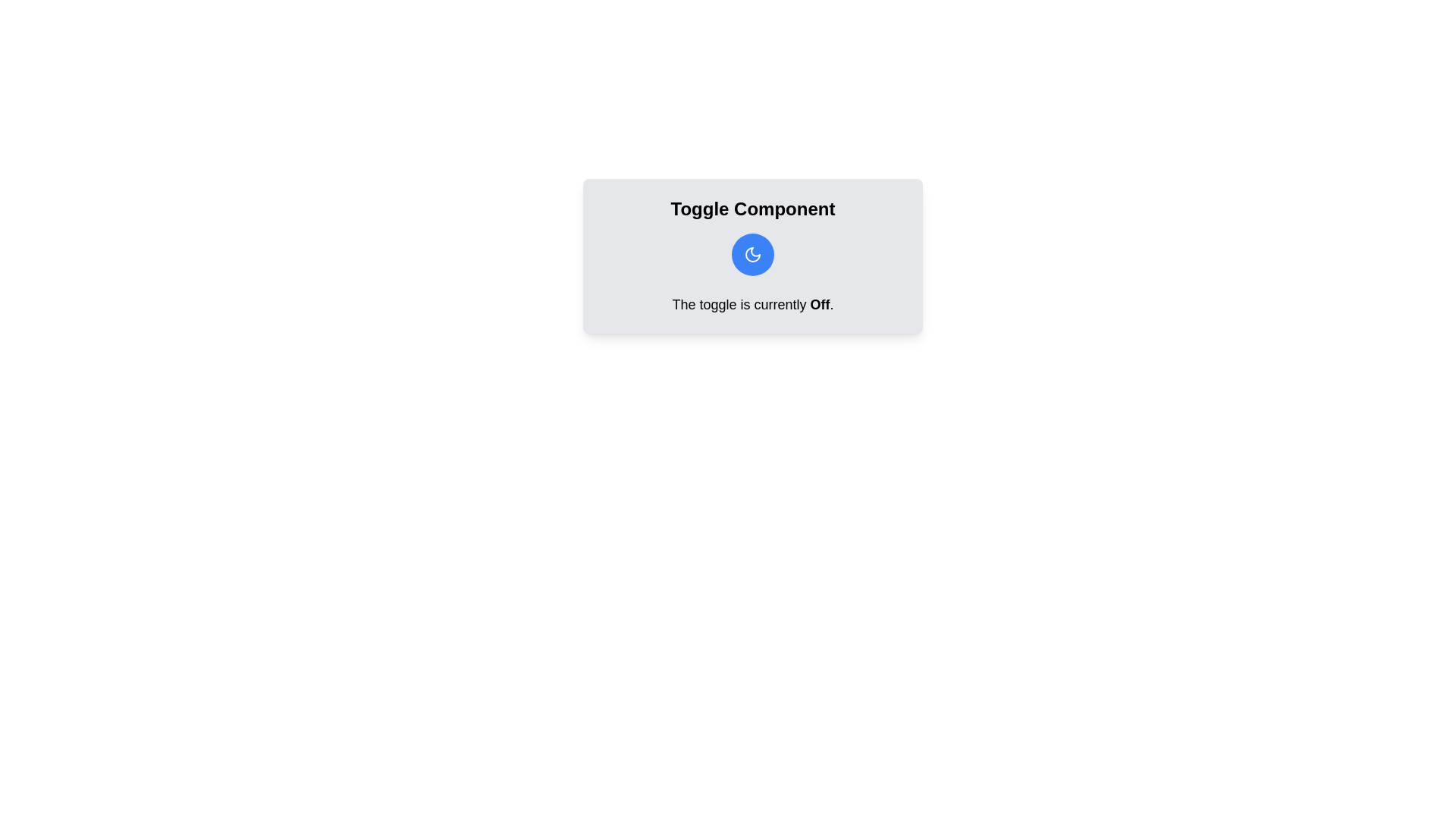 Image resolution: width=1456 pixels, height=819 pixels. I want to click on the button to observe visual feedback, so click(753, 253).